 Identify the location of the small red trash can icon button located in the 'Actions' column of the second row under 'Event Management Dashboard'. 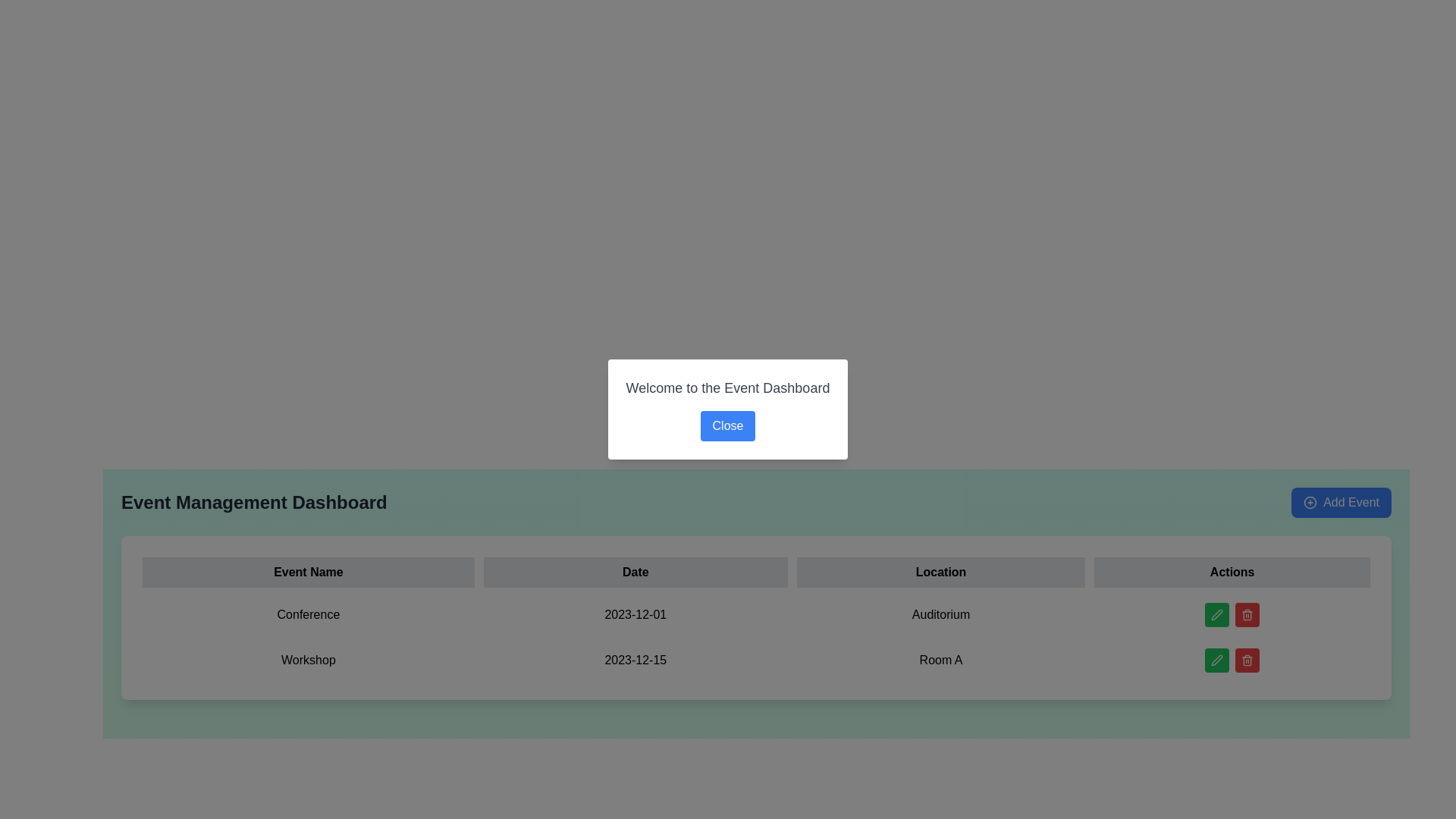
(1247, 660).